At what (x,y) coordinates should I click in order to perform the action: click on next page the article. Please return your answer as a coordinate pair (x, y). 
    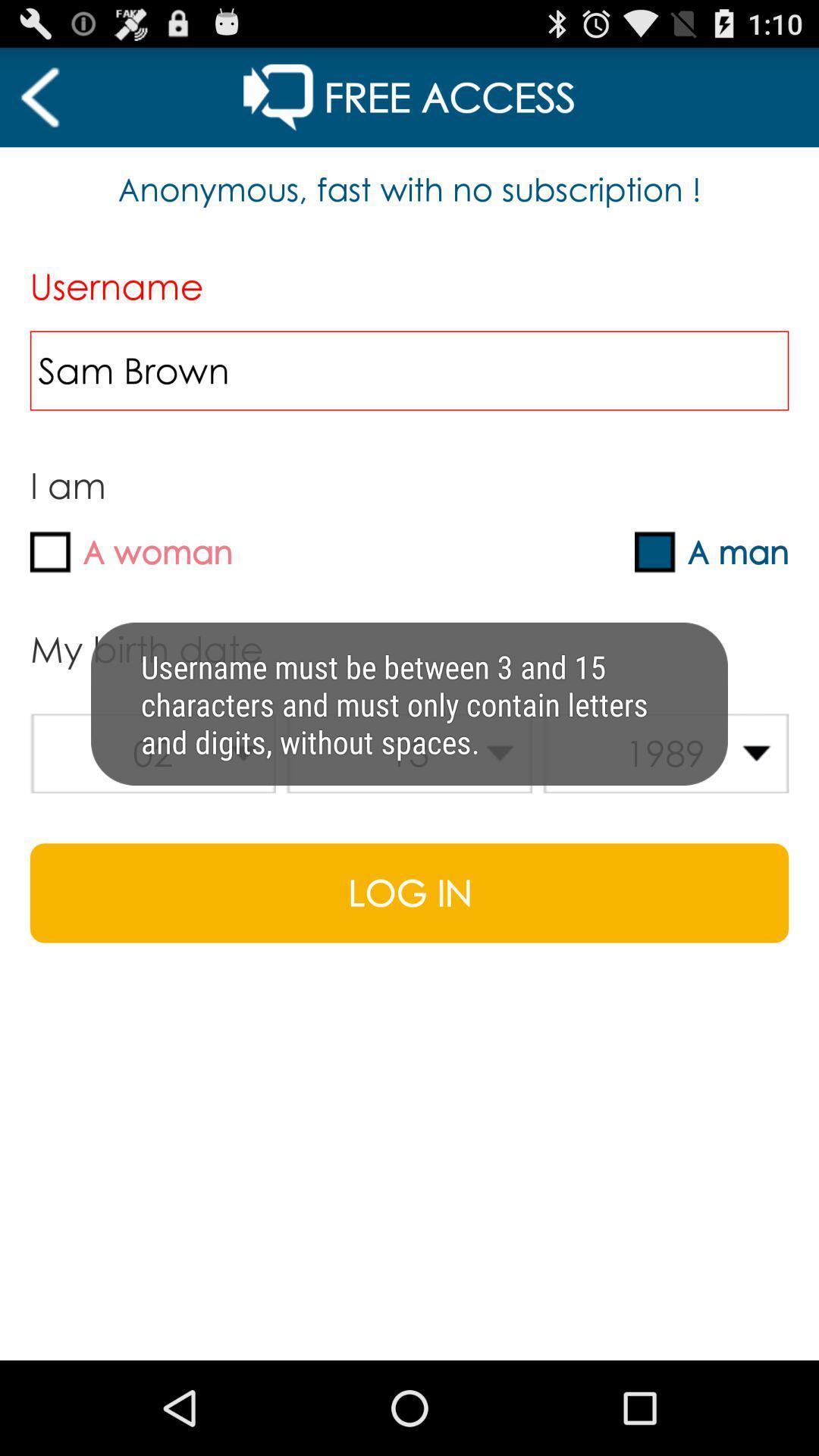
    Looking at the image, I should click on (39, 96).